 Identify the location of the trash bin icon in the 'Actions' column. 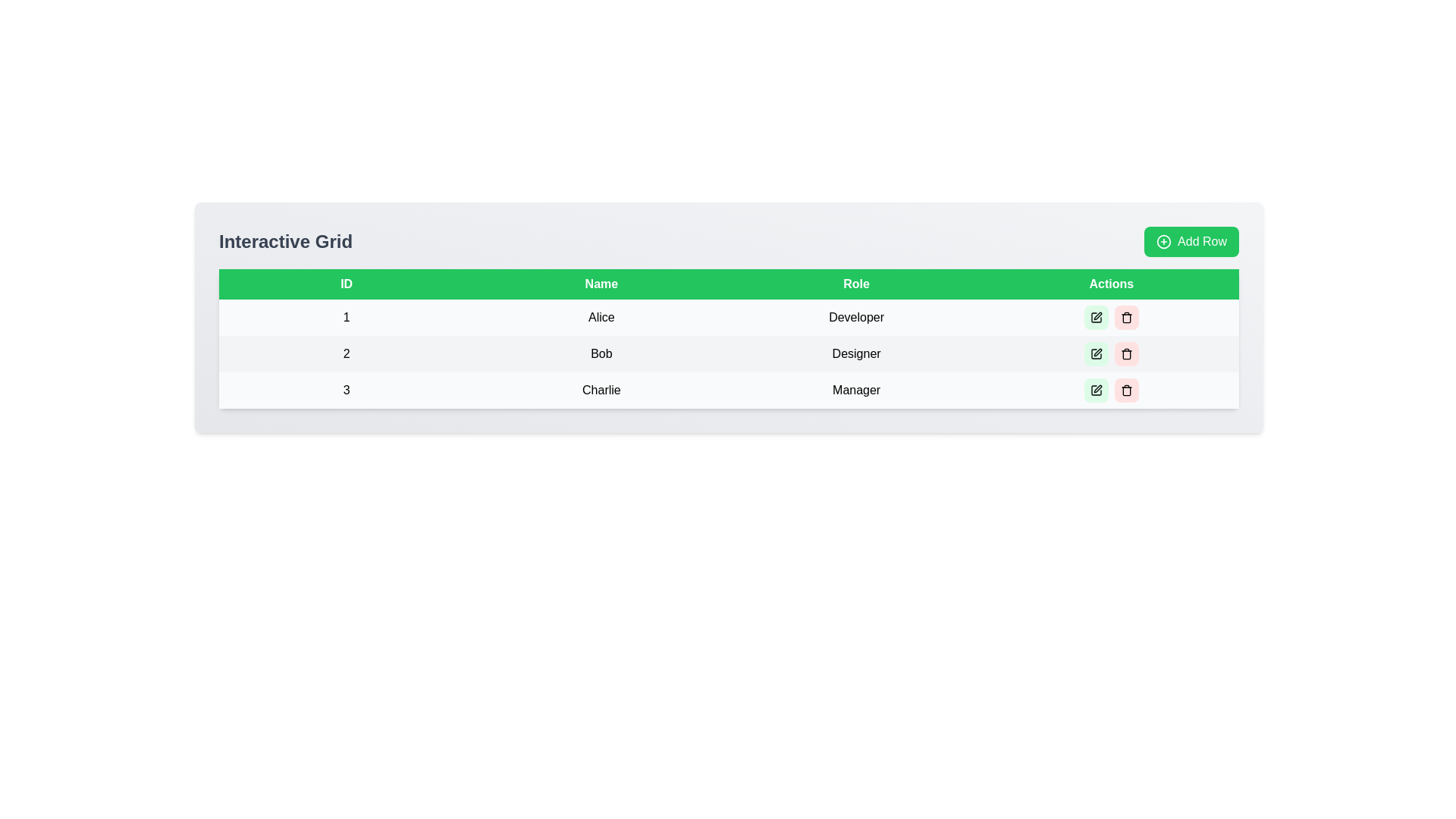
(1126, 317).